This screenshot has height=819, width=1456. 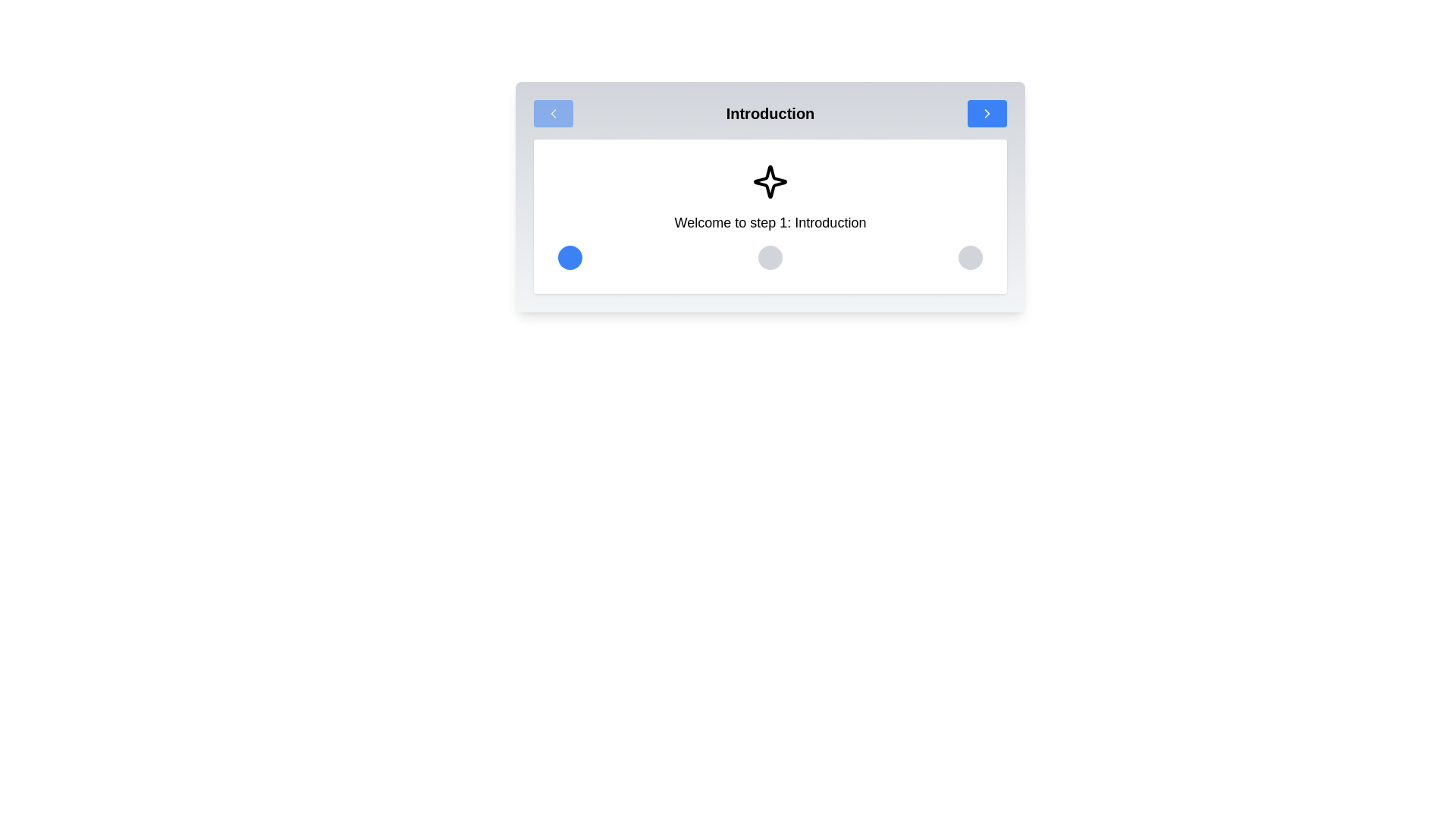 I want to click on the sparkle icon in the center of the component, so click(x=770, y=180).